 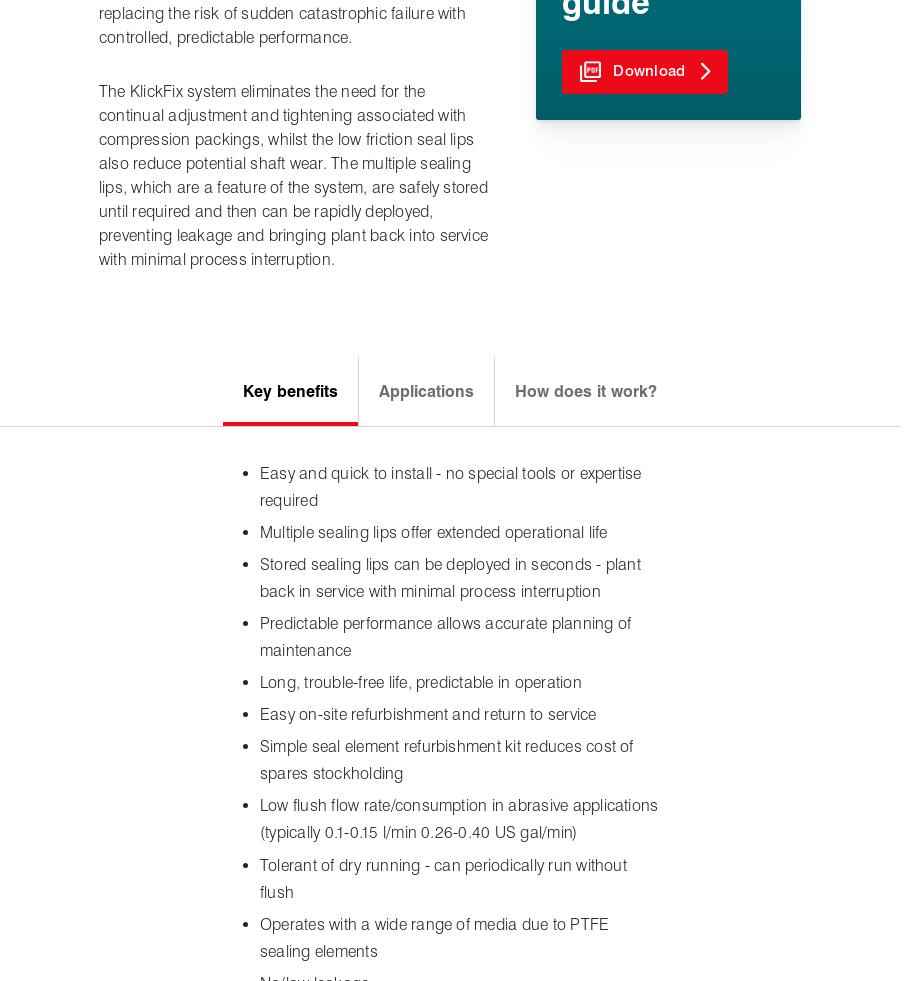 I want to click on 'Follow us', so click(x=635, y=864).